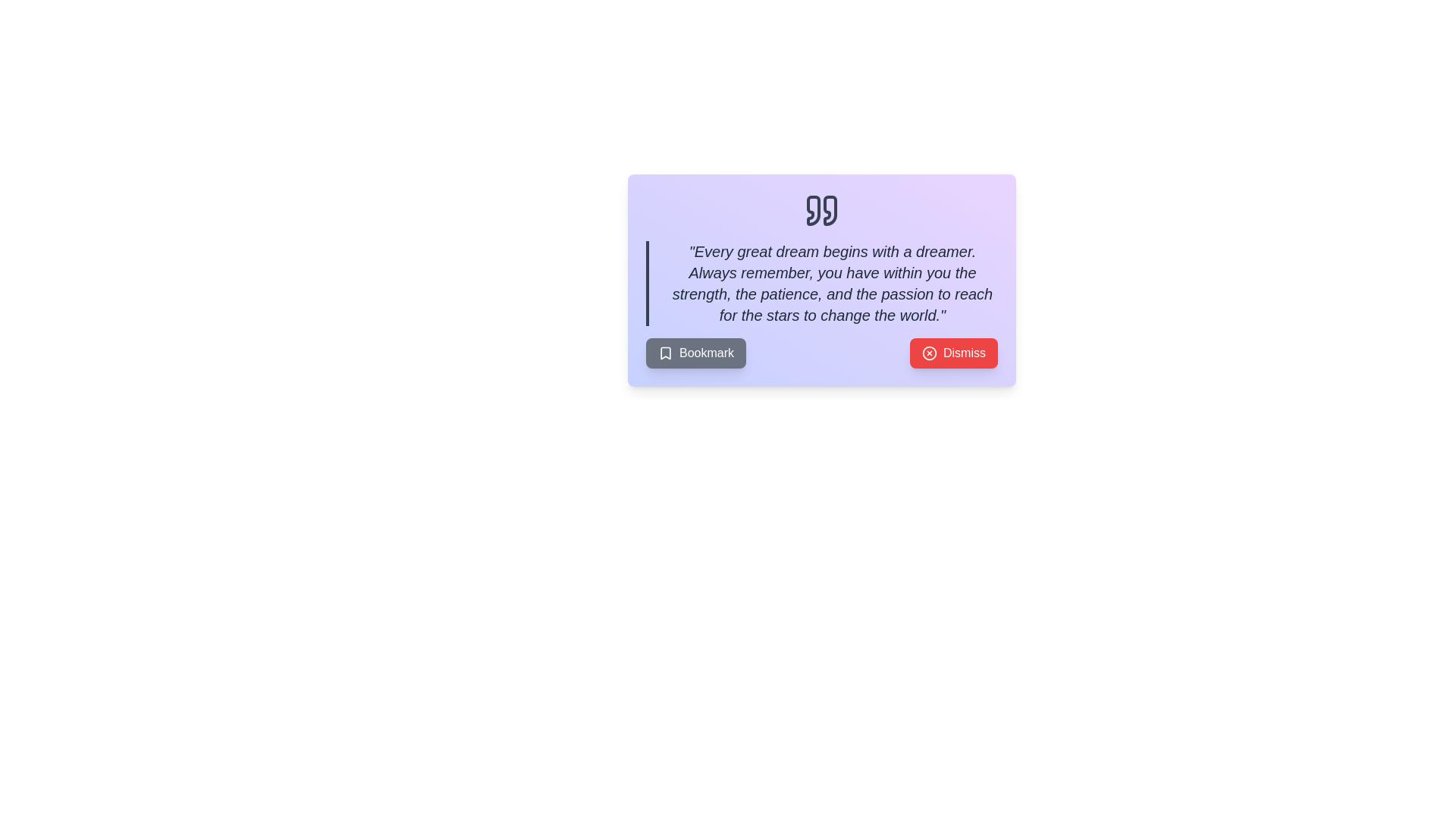 The width and height of the screenshot is (1456, 819). I want to click on the rectangular red button labeled 'Dismiss' with a circled cross icon, so click(952, 353).